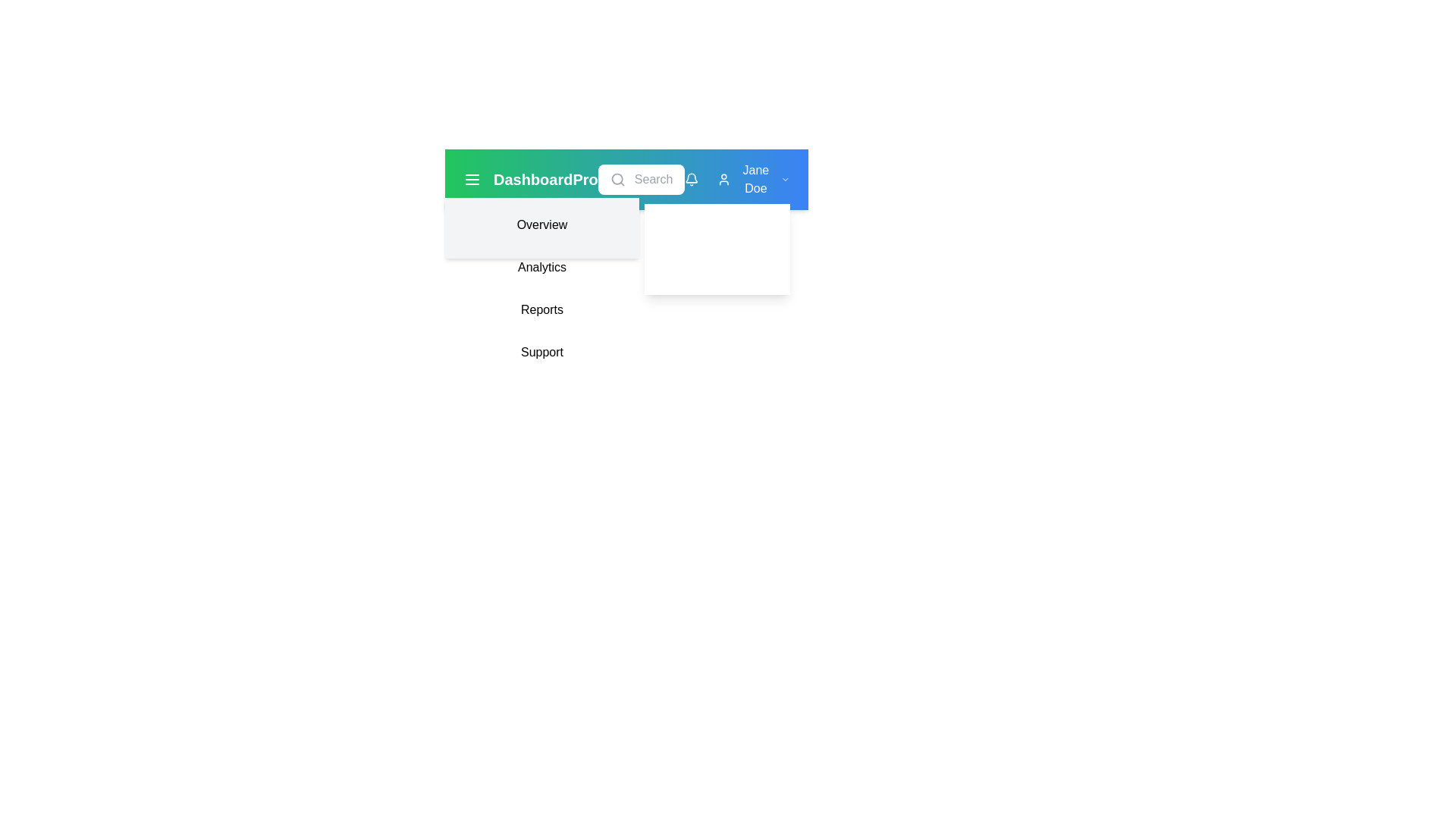 Image resolution: width=1456 pixels, height=819 pixels. Describe the element at coordinates (542, 227) in the screenshot. I see `the 'Overview' menu item, the first option` at that location.